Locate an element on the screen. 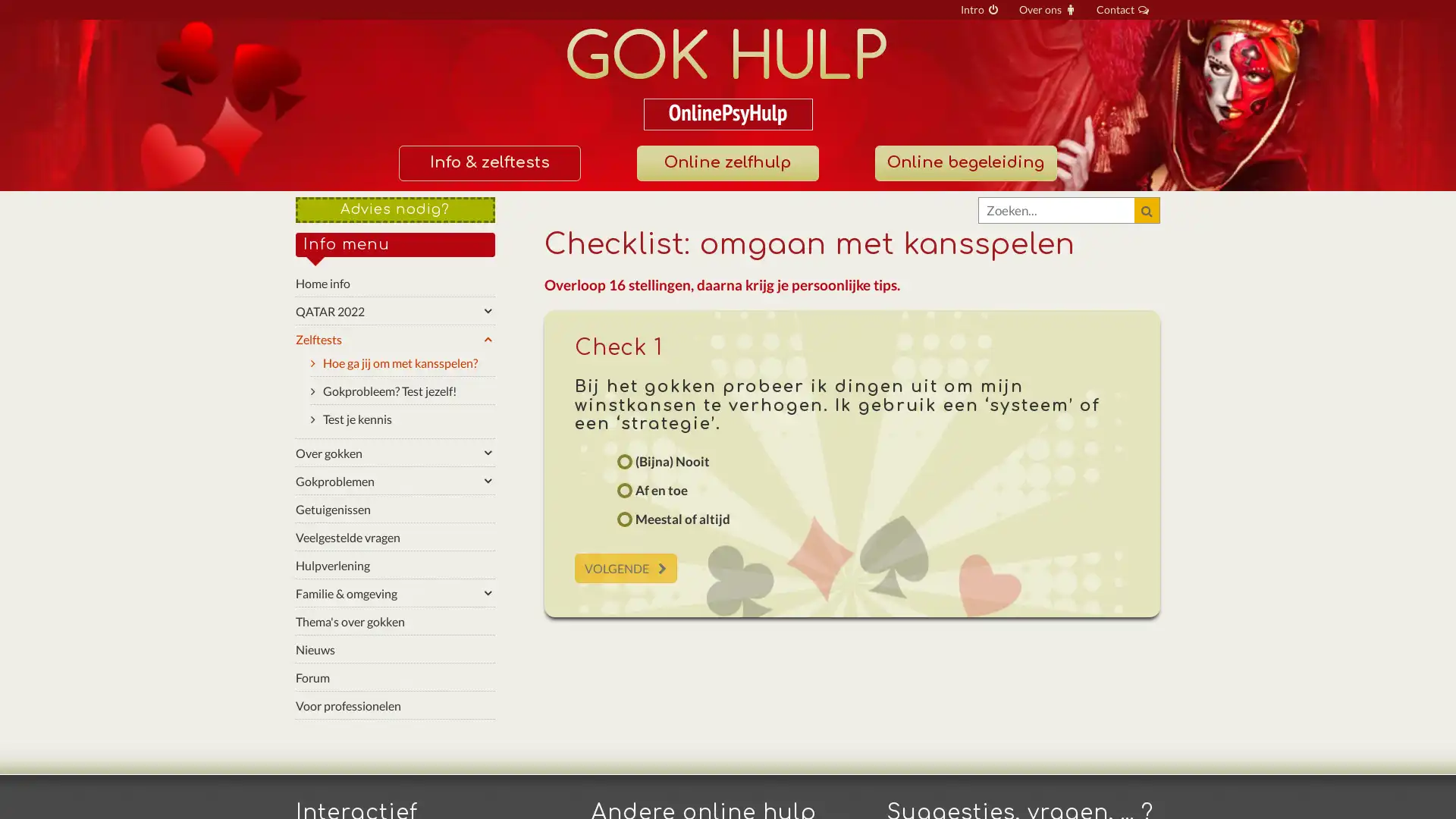  Info & zelftests is located at coordinates (488, 163).